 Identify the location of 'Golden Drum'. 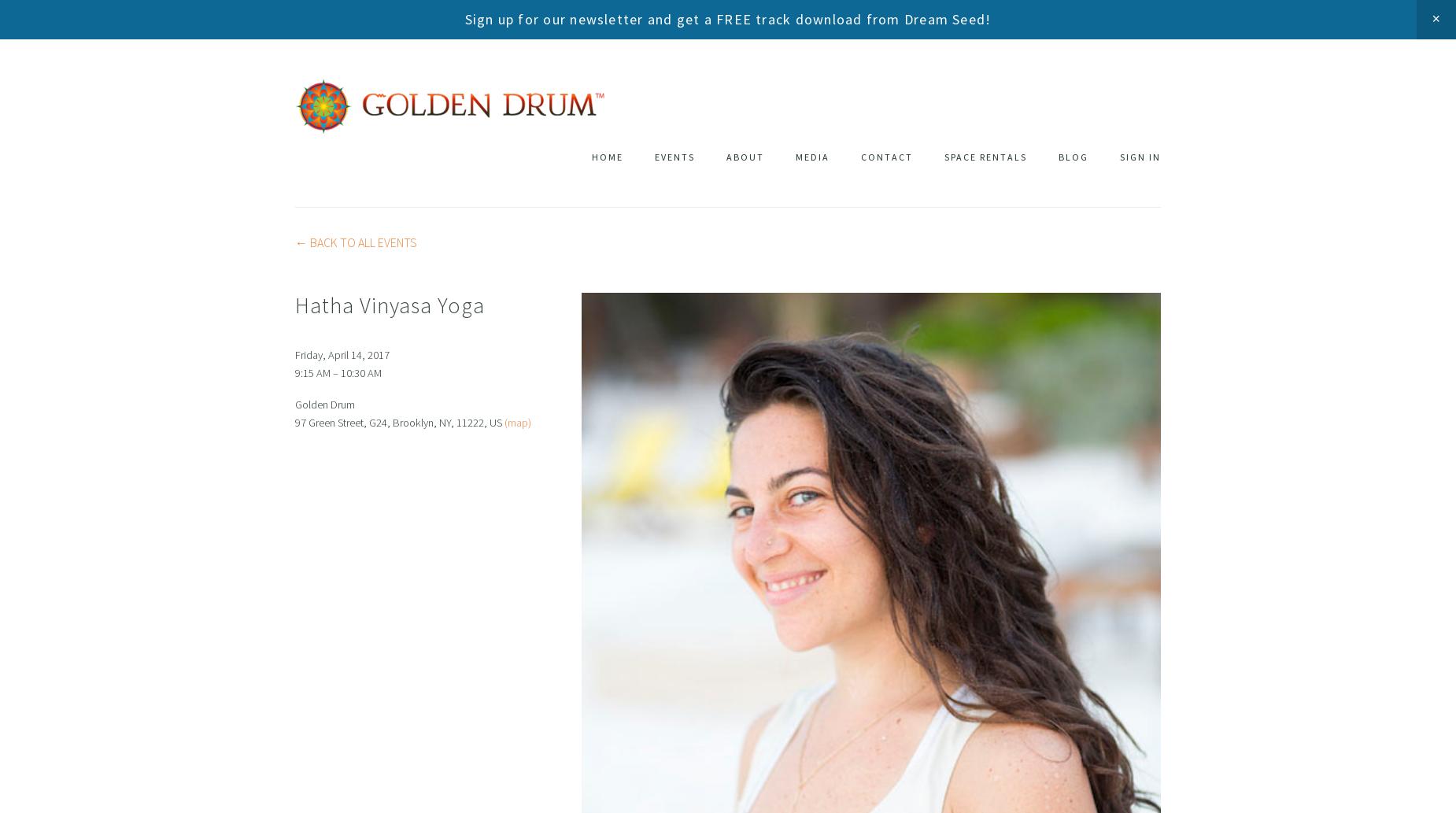
(323, 405).